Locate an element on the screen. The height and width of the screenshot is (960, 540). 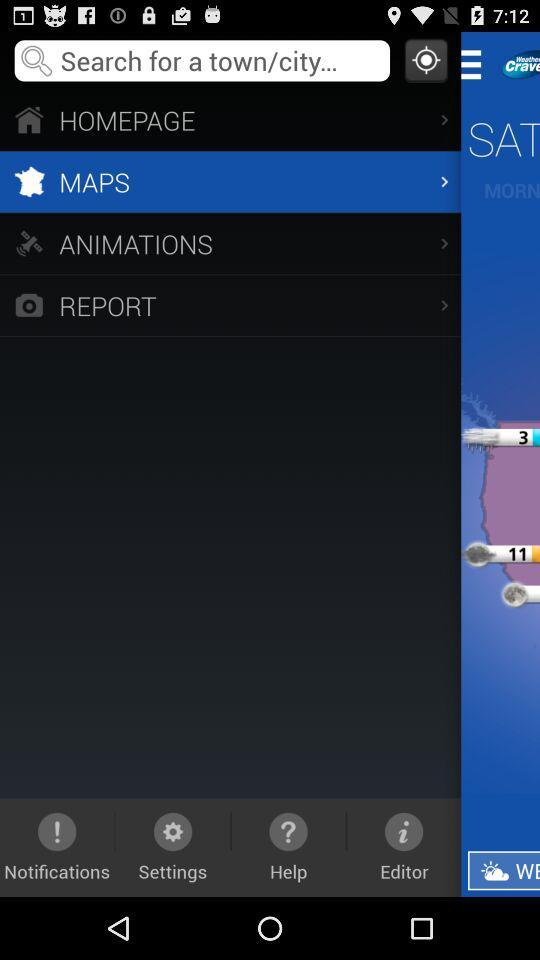
location is located at coordinates (425, 59).